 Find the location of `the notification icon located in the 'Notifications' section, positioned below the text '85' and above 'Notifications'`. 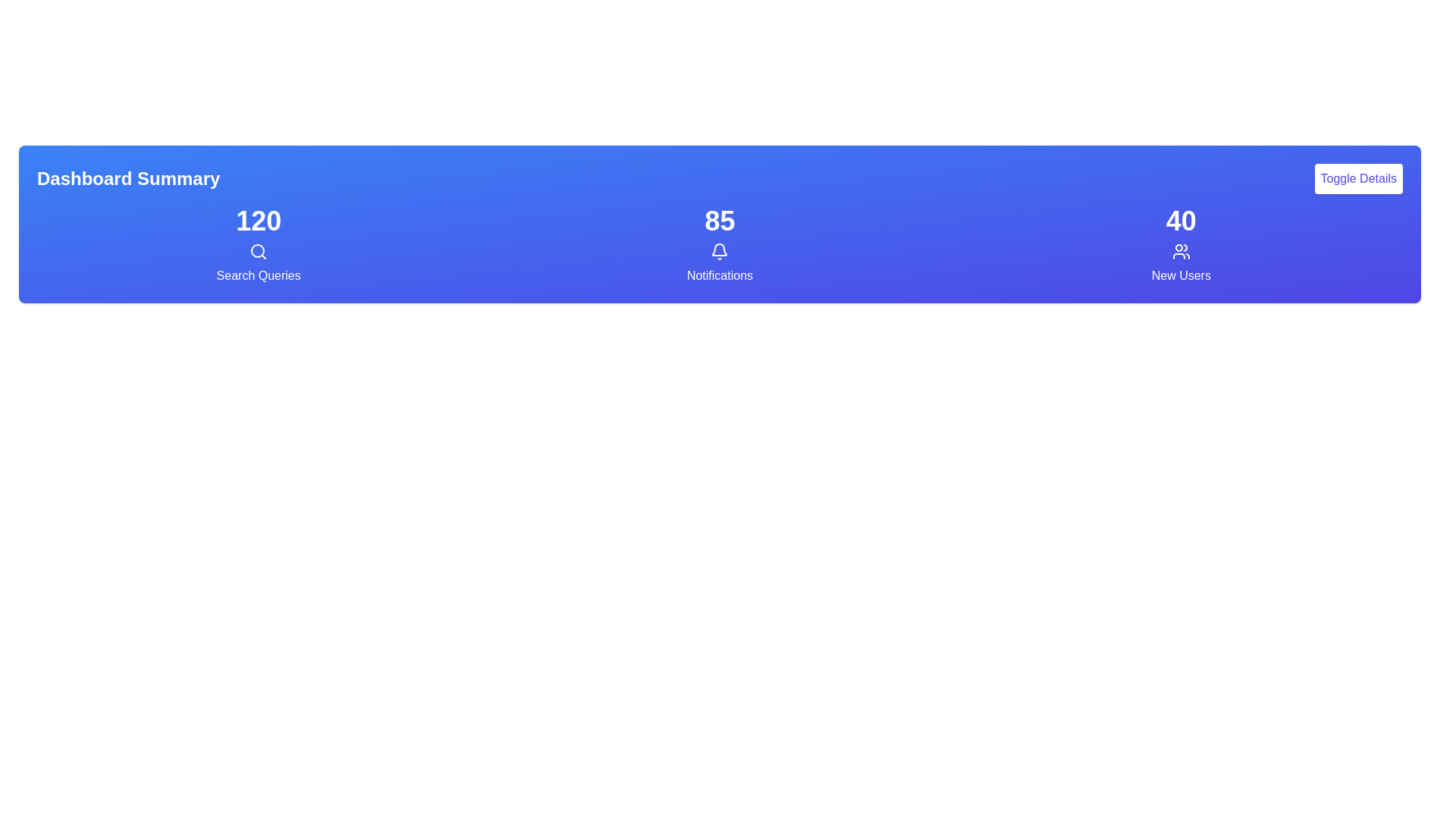

the notification icon located in the 'Notifications' section, positioned below the text '85' and above 'Notifications' is located at coordinates (719, 250).